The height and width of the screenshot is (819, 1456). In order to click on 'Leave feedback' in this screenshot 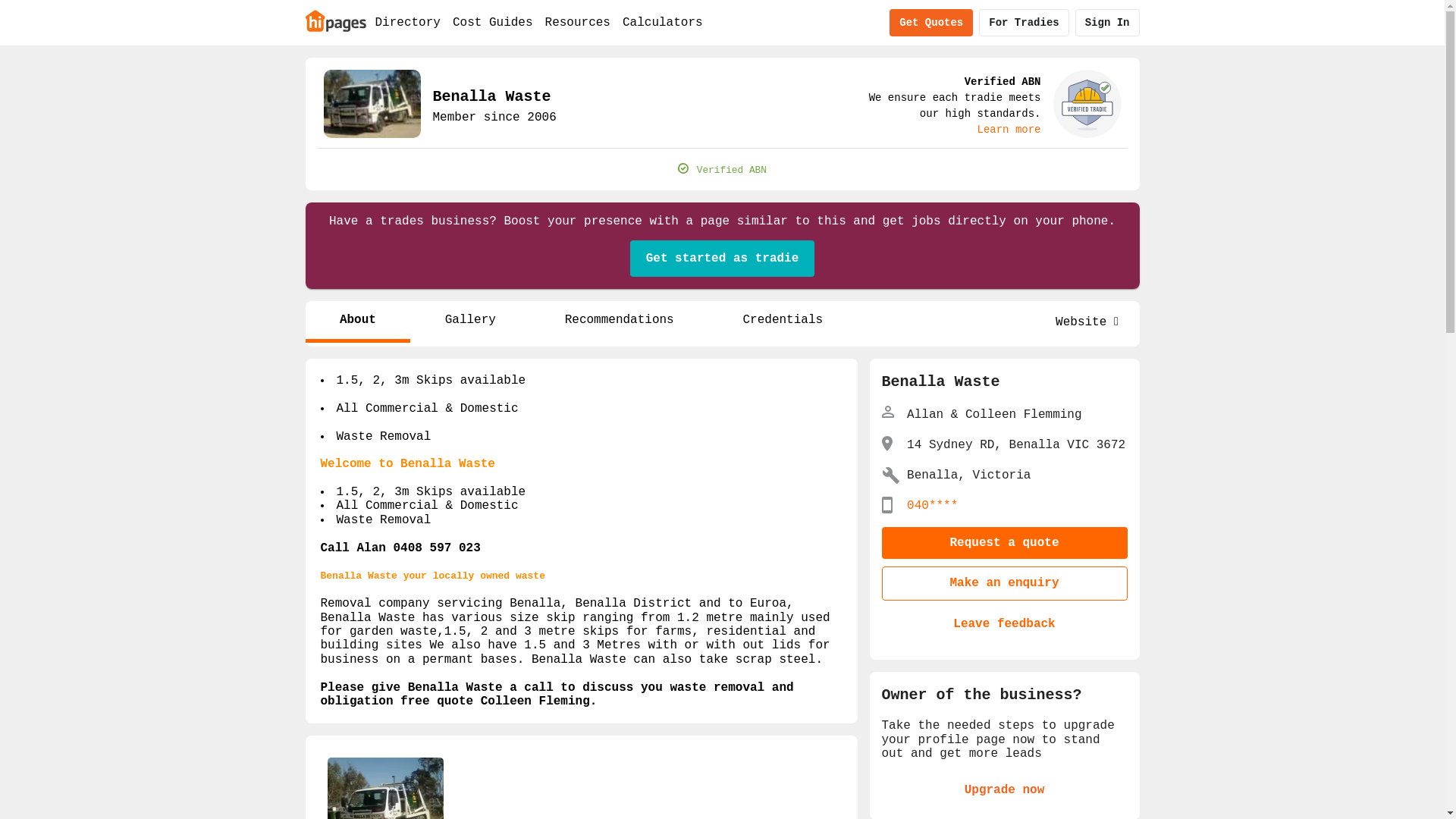, I will do `click(1004, 623)`.